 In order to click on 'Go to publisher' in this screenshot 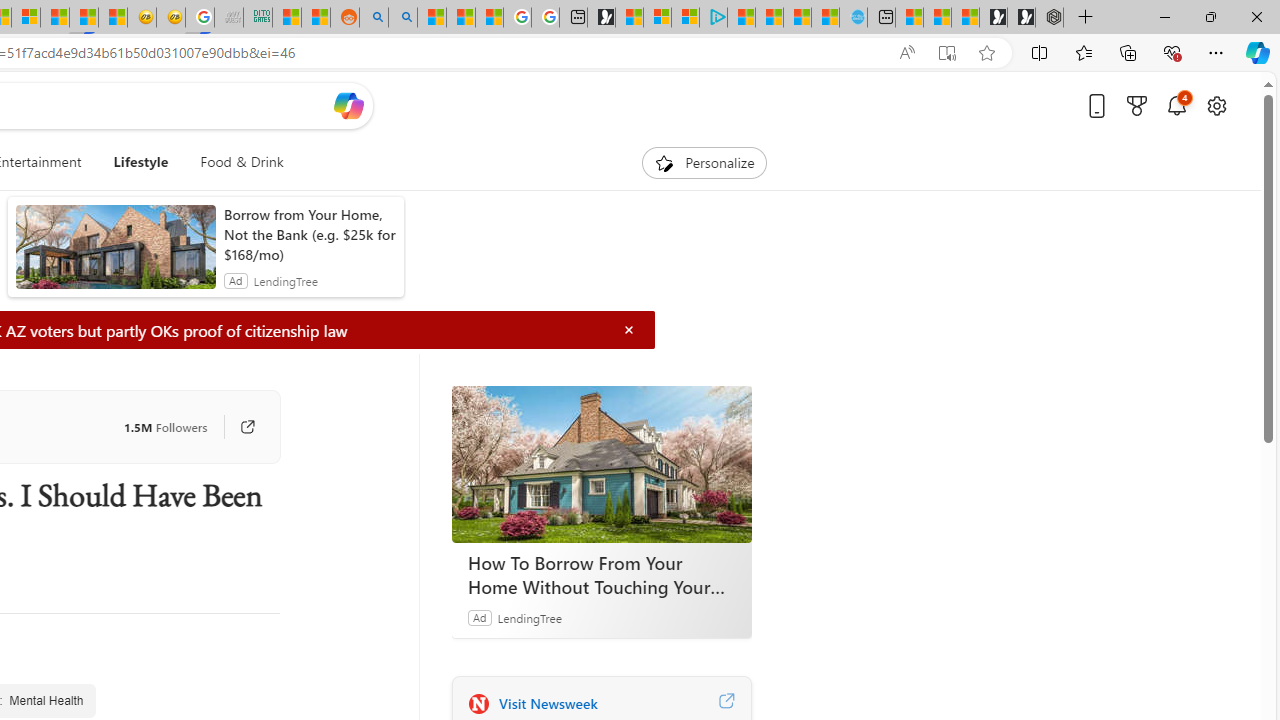, I will do `click(237, 425)`.